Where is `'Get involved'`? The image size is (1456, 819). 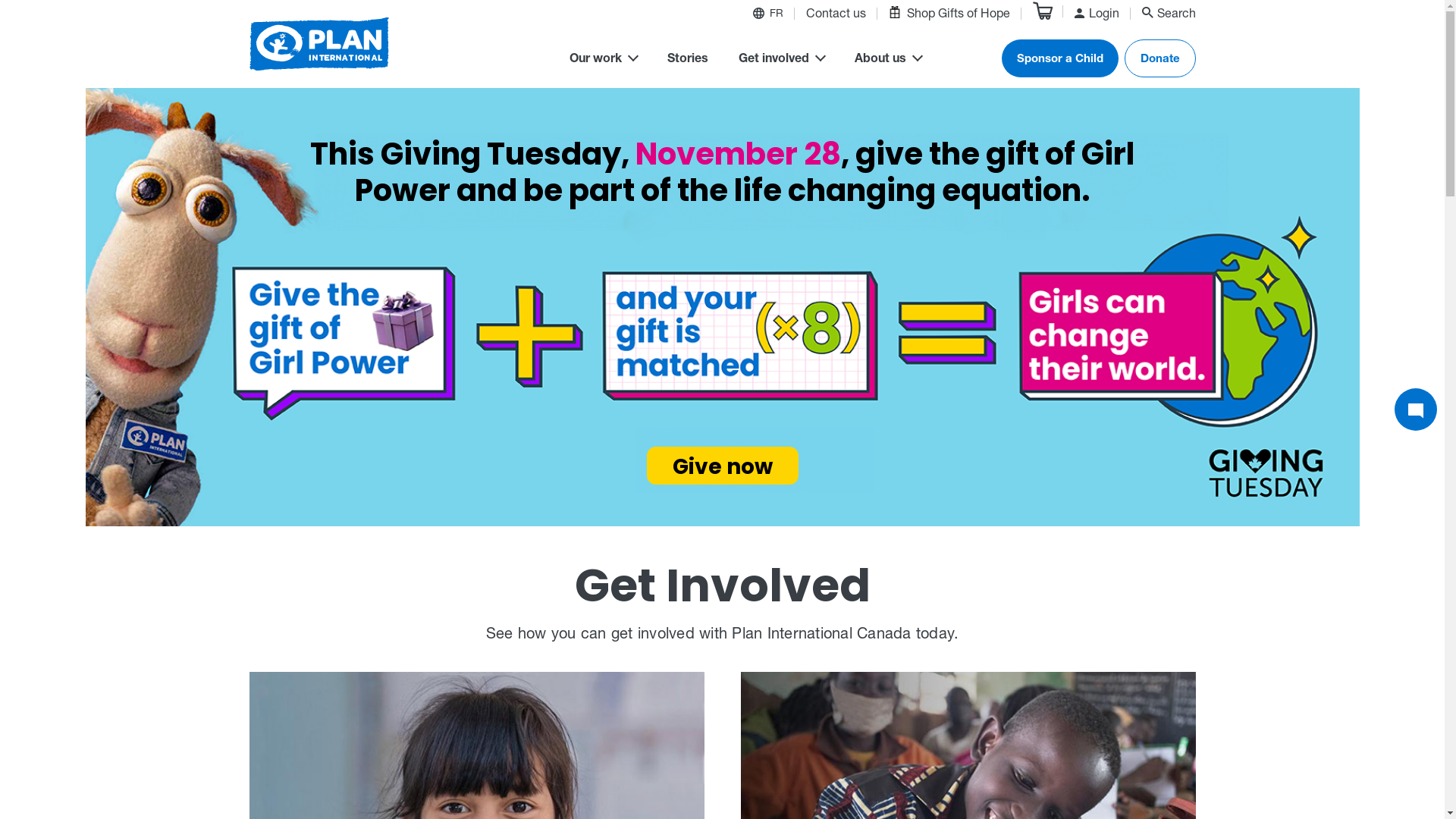
'Get involved' is located at coordinates (739, 60).